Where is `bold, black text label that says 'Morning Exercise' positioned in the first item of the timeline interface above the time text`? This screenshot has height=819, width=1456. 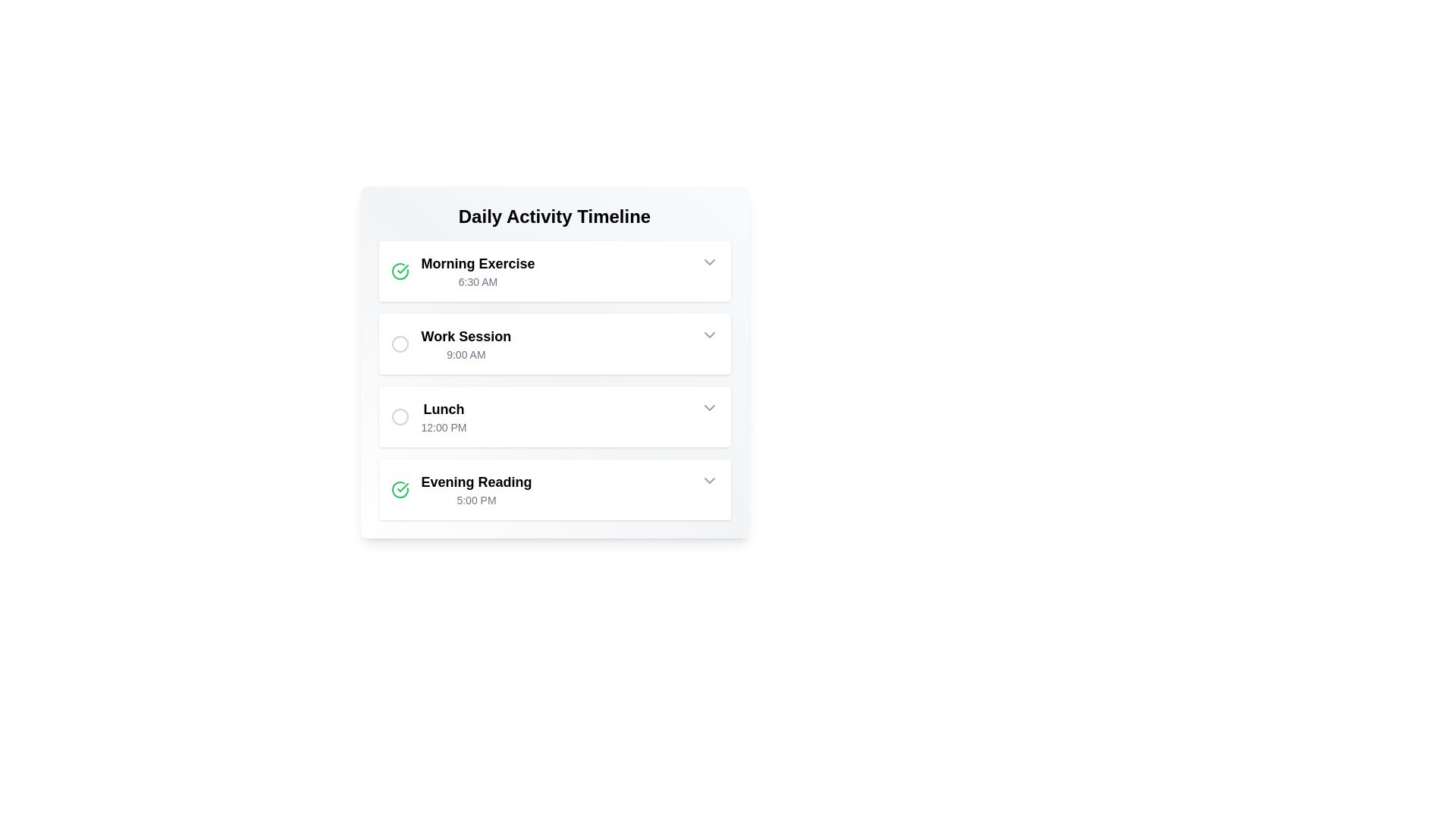 bold, black text label that says 'Morning Exercise' positioned in the first item of the timeline interface above the time text is located at coordinates (477, 262).